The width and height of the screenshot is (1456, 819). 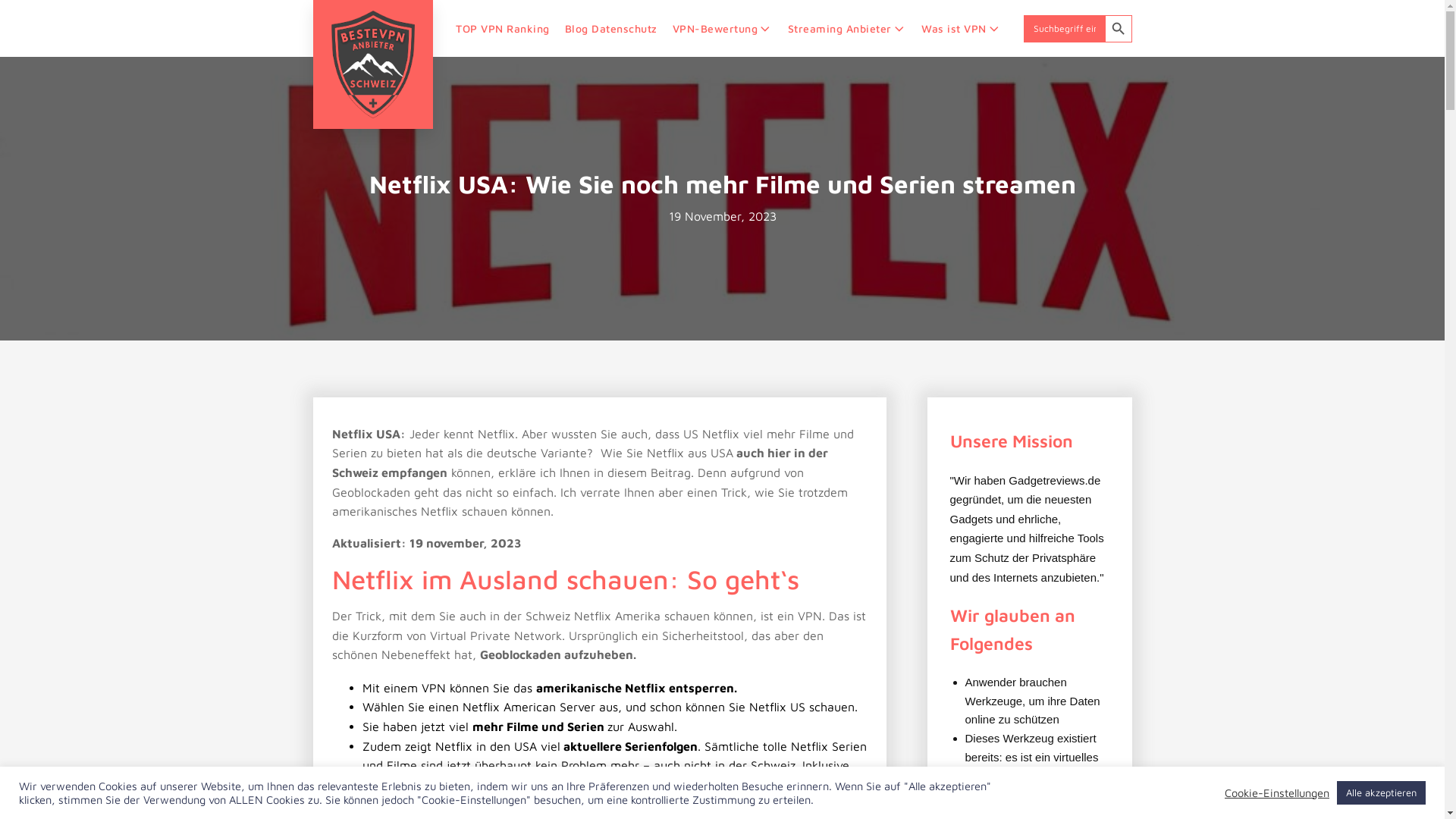 What do you see at coordinates (1276, 792) in the screenshot?
I see `'Cookie-Einstellungen'` at bounding box center [1276, 792].